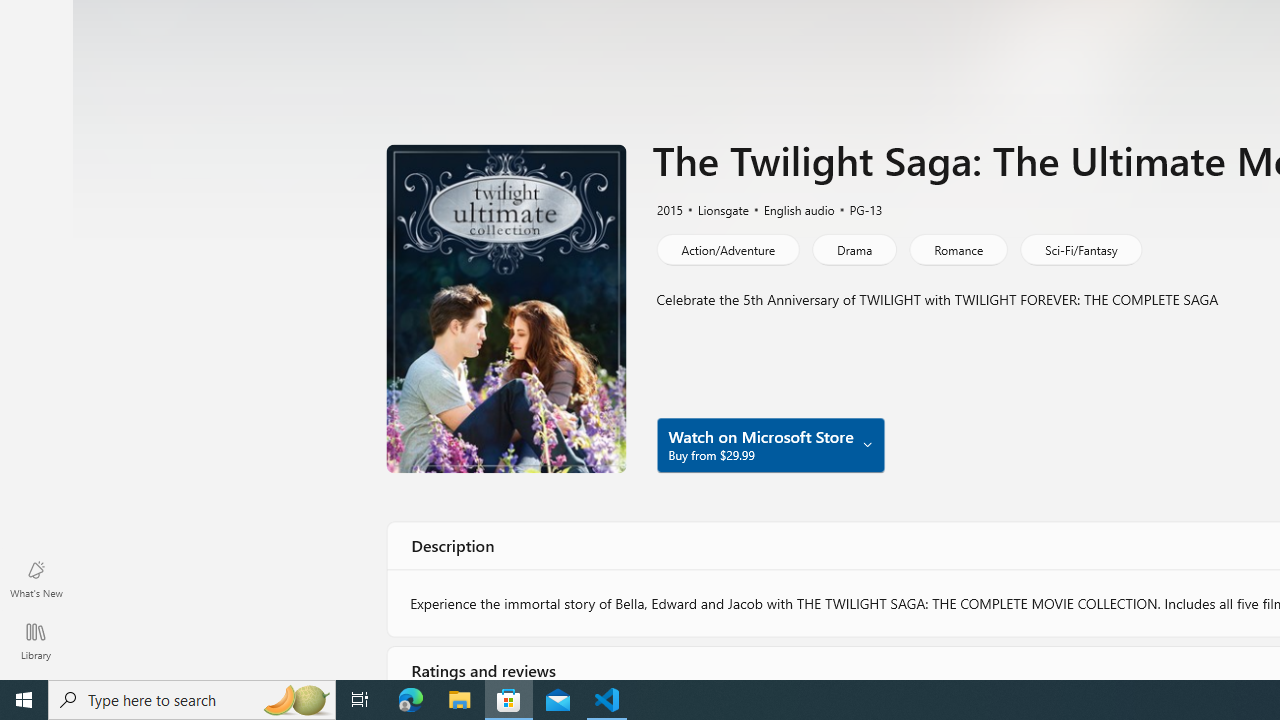 This screenshot has height=720, width=1280. What do you see at coordinates (789, 208) in the screenshot?
I see `'English audio'` at bounding box center [789, 208].